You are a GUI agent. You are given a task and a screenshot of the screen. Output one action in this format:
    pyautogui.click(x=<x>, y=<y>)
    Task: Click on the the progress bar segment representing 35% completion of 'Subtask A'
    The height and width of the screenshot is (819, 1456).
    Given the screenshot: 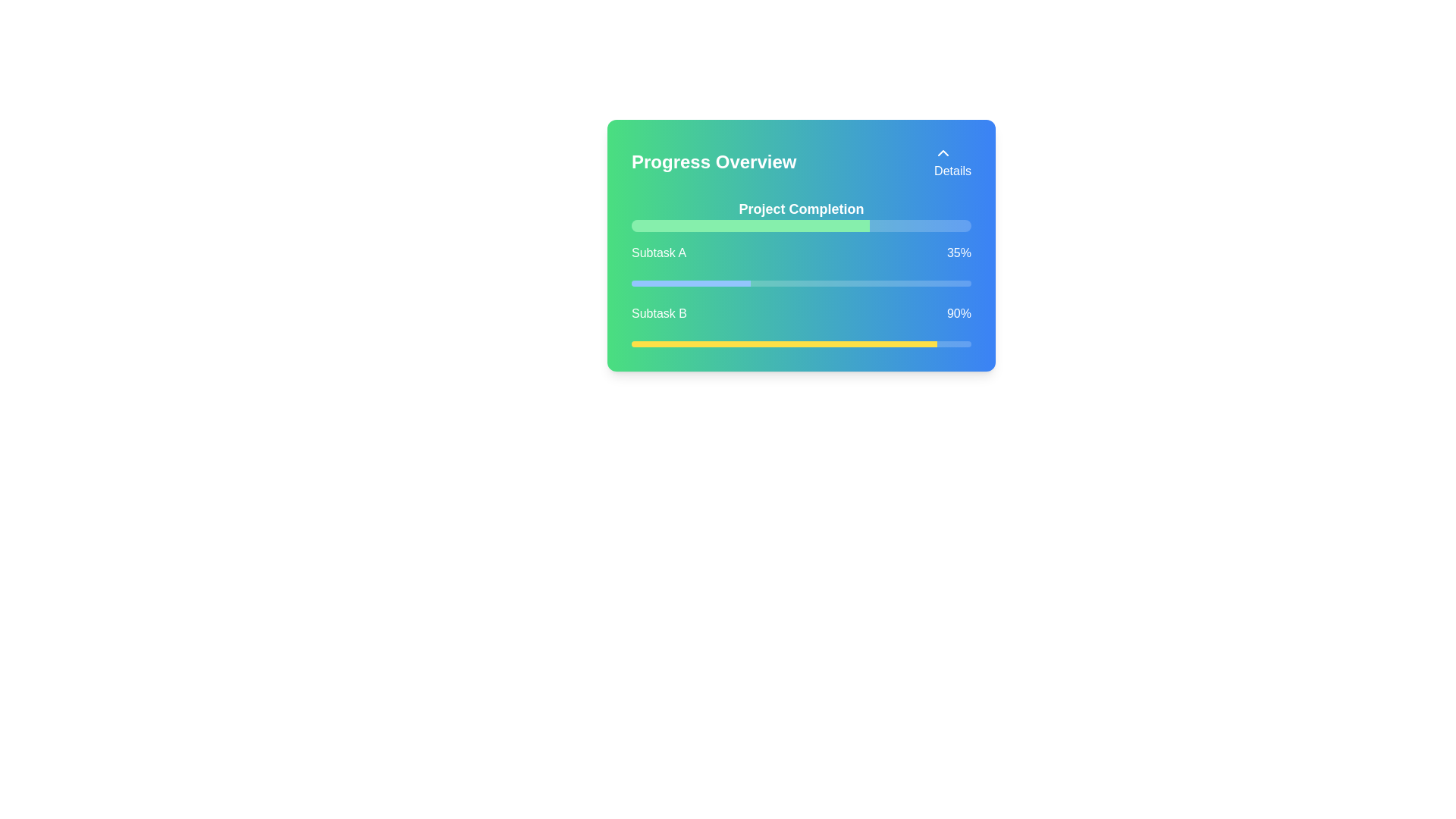 What is the action you would take?
    pyautogui.click(x=690, y=284)
    